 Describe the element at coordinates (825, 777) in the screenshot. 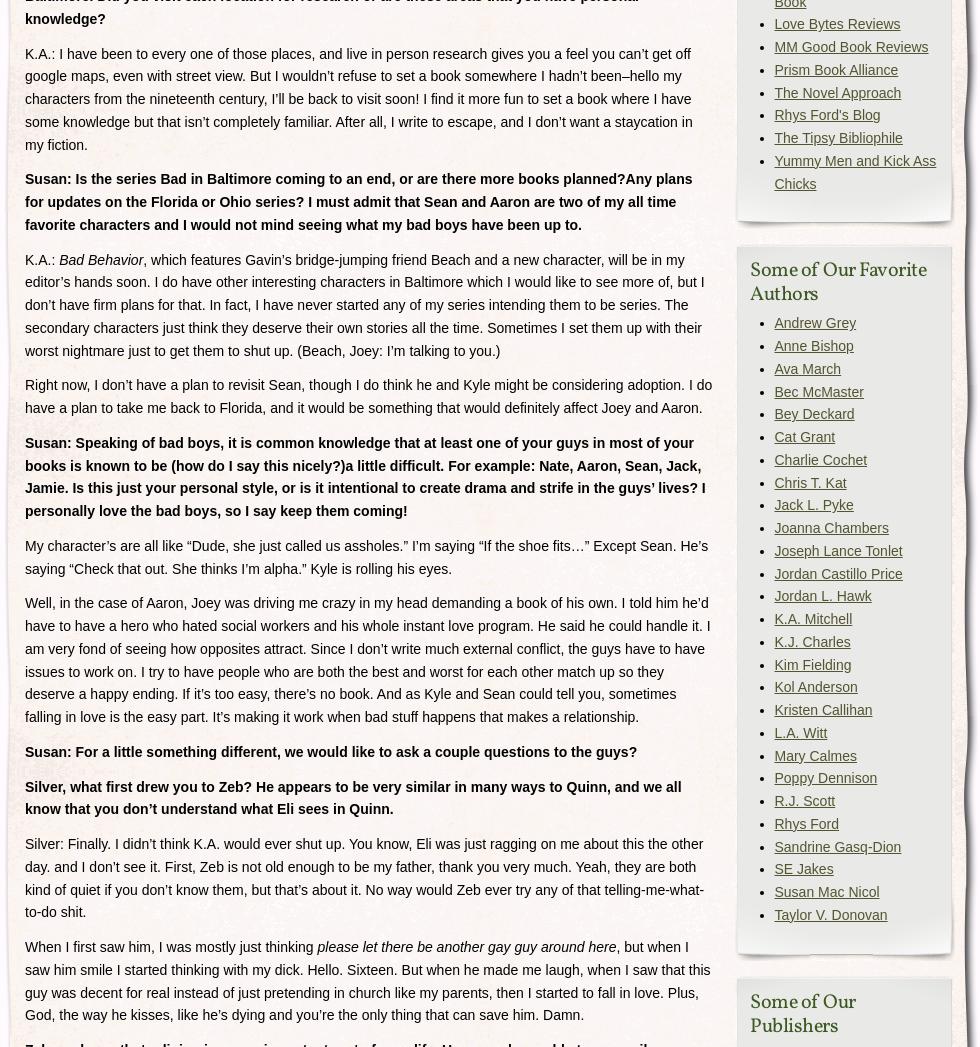

I see `'Poppy Dennison'` at that location.